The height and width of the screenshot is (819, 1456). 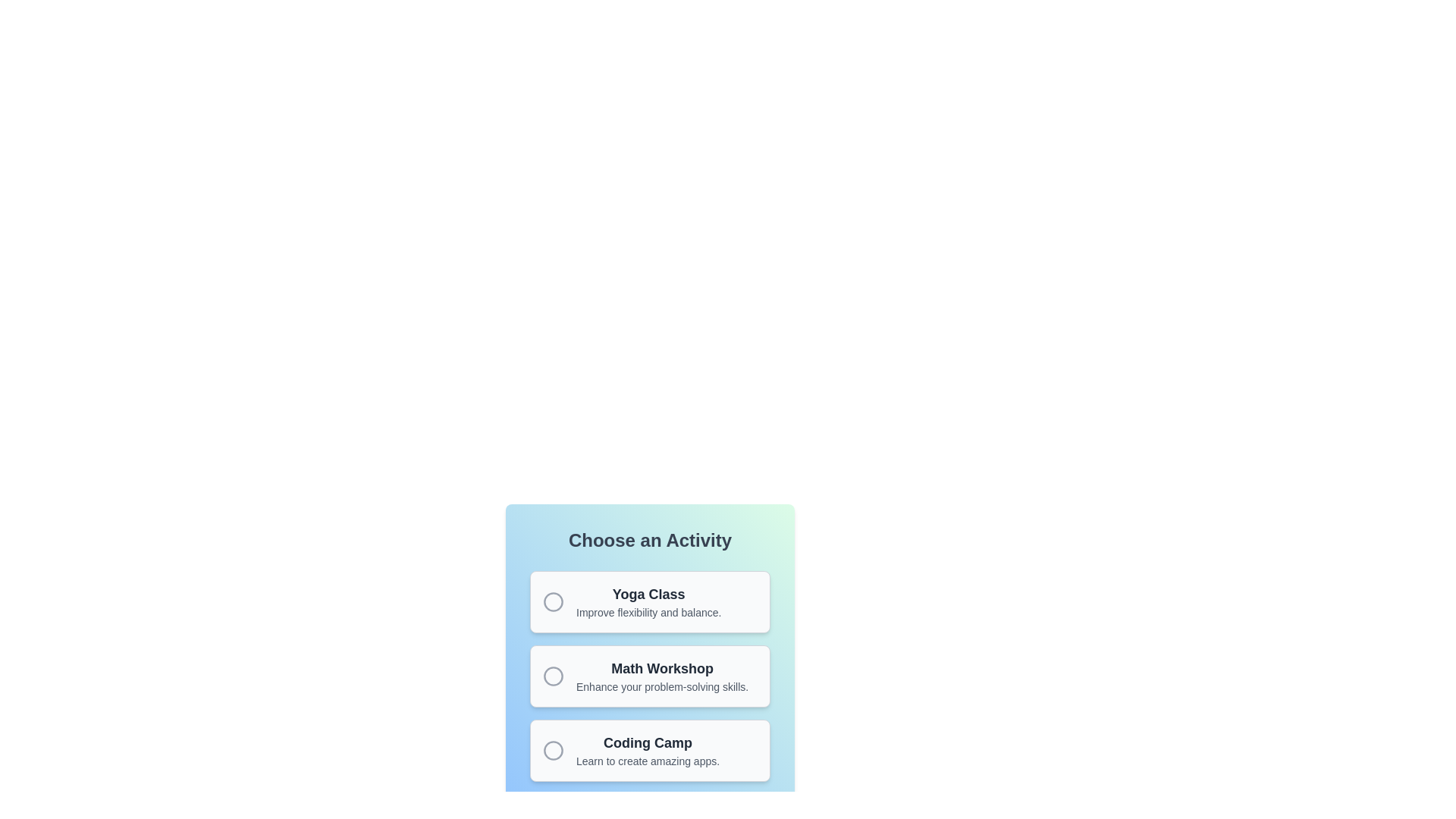 I want to click on the 'Coding Camp' UI card, which is the third card in the list of activities under 'Choose an Activity', so click(x=650, y=751).